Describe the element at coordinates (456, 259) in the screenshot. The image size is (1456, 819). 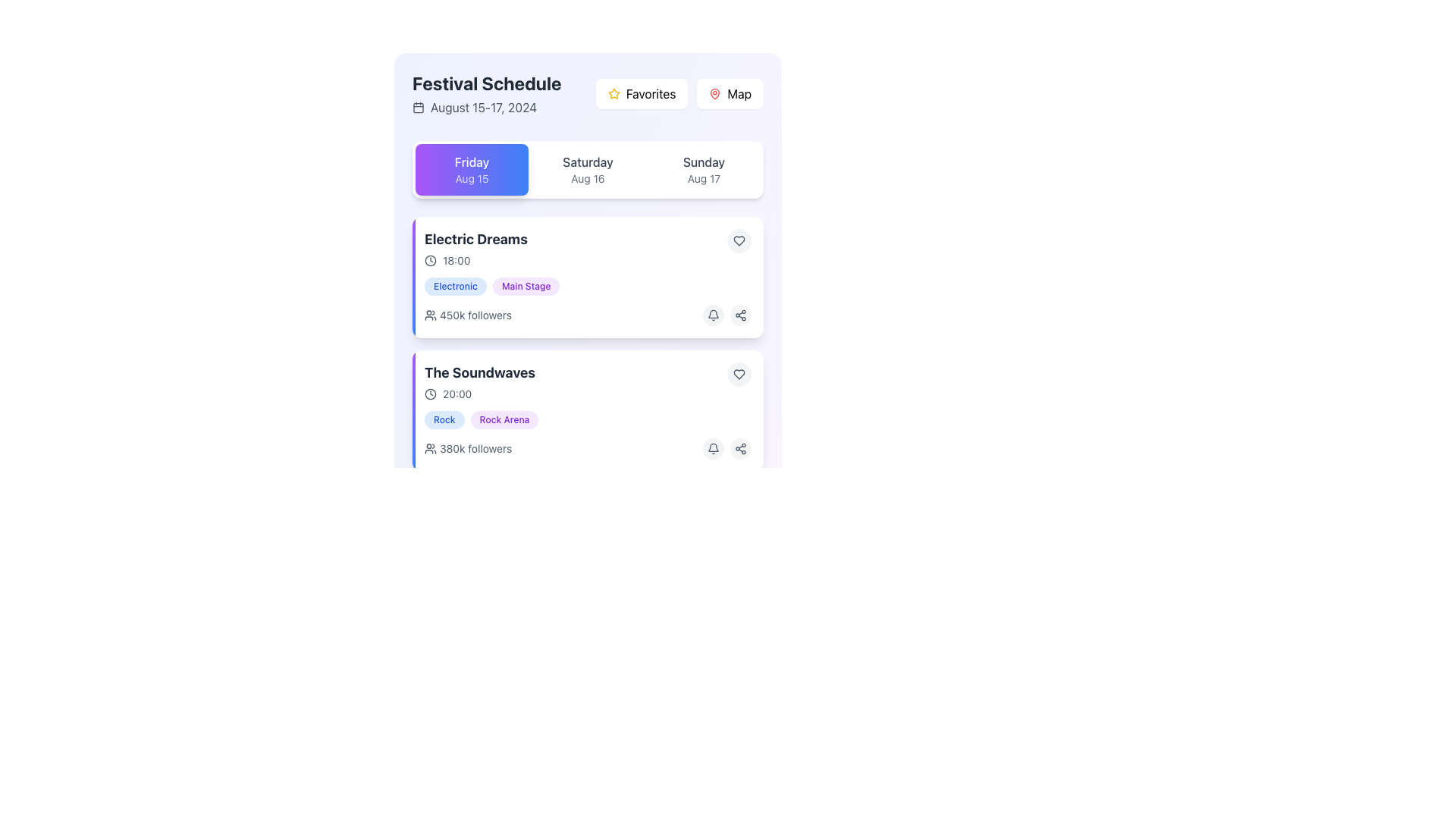
I see `the Text label that indicates the time of the scheduled 'Electric Dreams' activity, positioned to the right of the clock icon in the event card` at that location.